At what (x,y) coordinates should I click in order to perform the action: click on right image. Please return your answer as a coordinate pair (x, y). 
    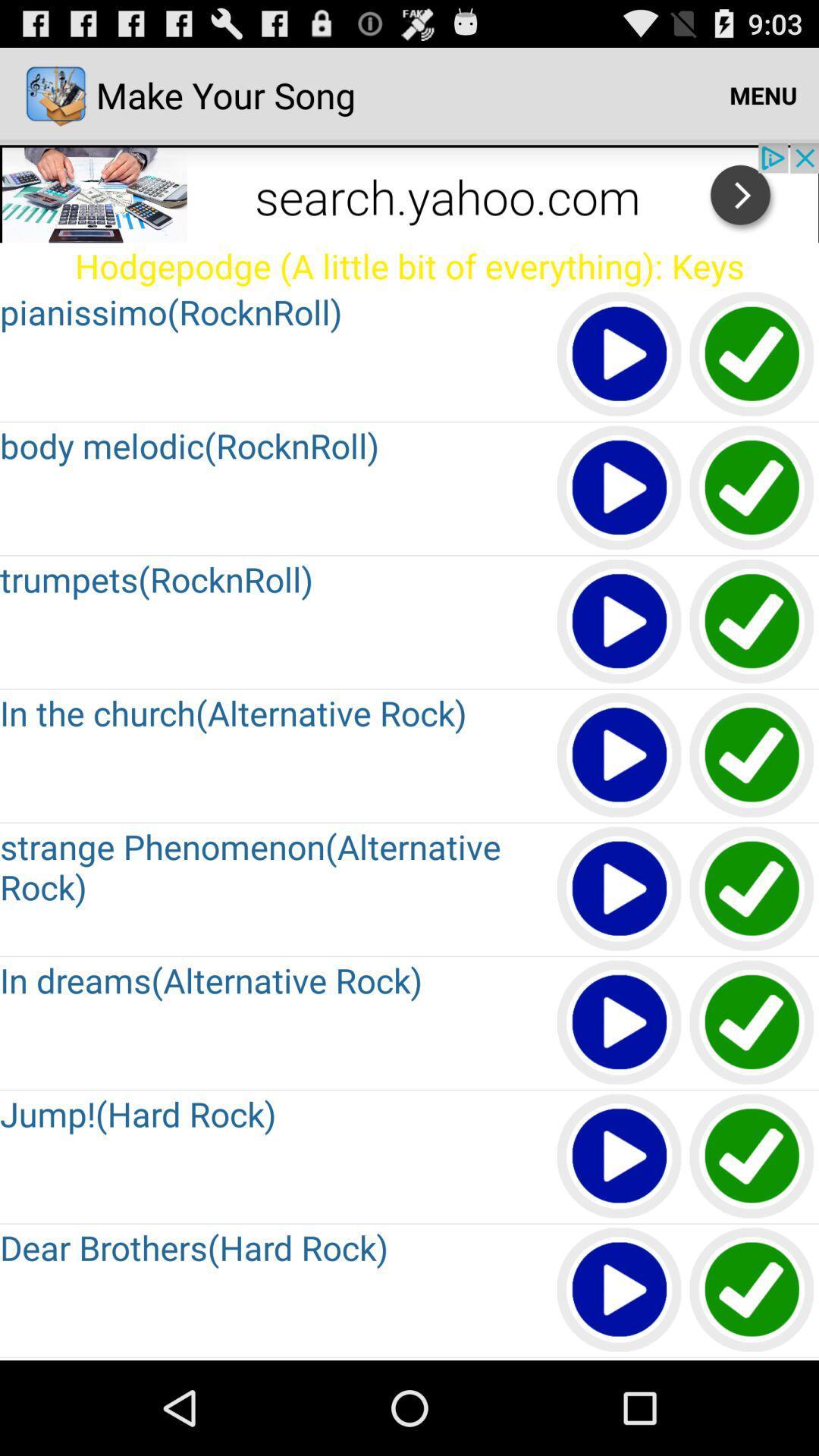
    Looking at the image, I should click on (752, 354).